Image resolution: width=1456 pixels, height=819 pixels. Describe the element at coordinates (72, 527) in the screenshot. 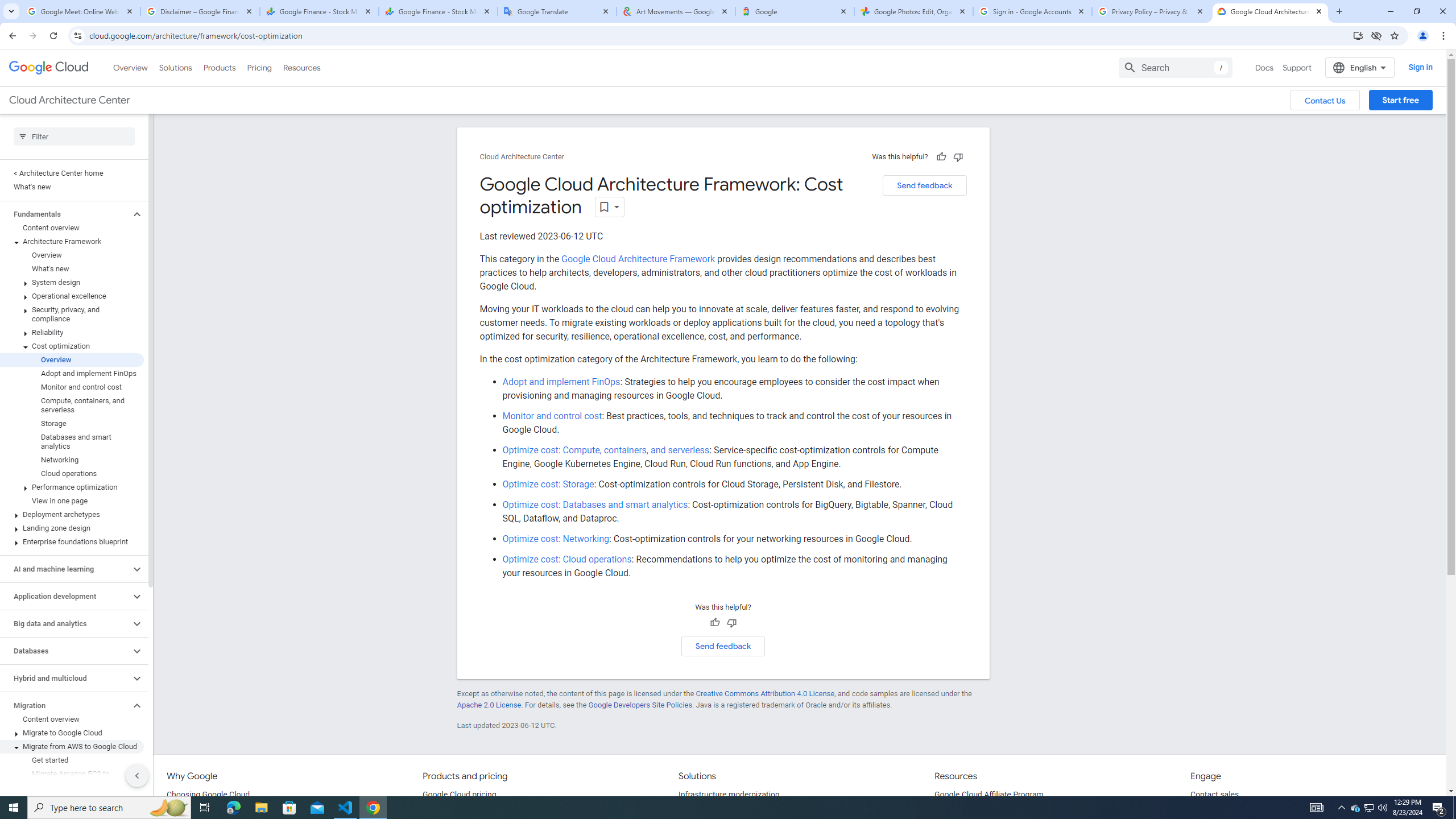

I see `'Landing zone design'` at that location.